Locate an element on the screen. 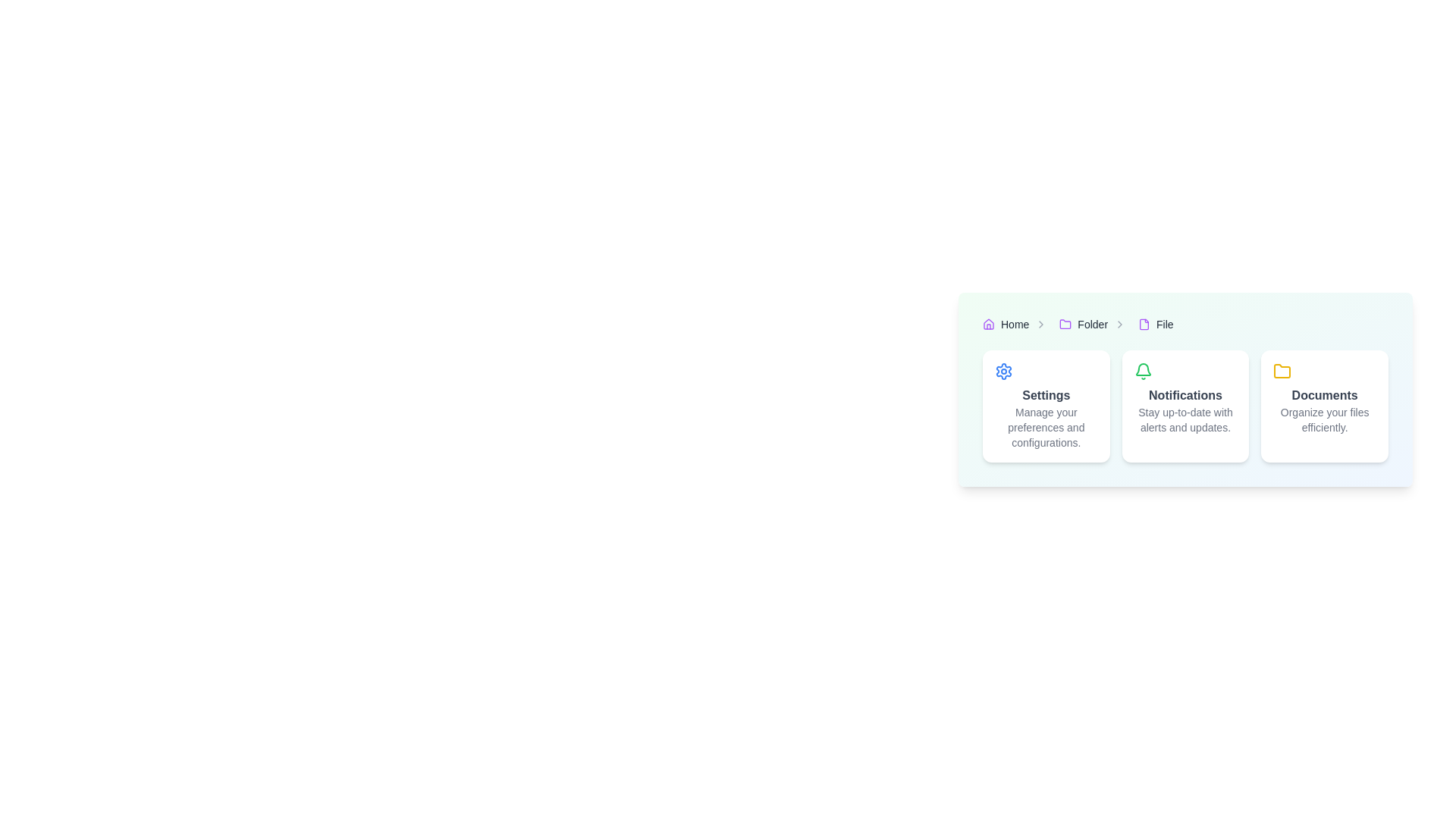 This screenshot has width=1456, height=819. the Informational card that is positioned in the middle among three cards, located between 'Settings' and 'Documents' is located at coordinates (1185, 388).